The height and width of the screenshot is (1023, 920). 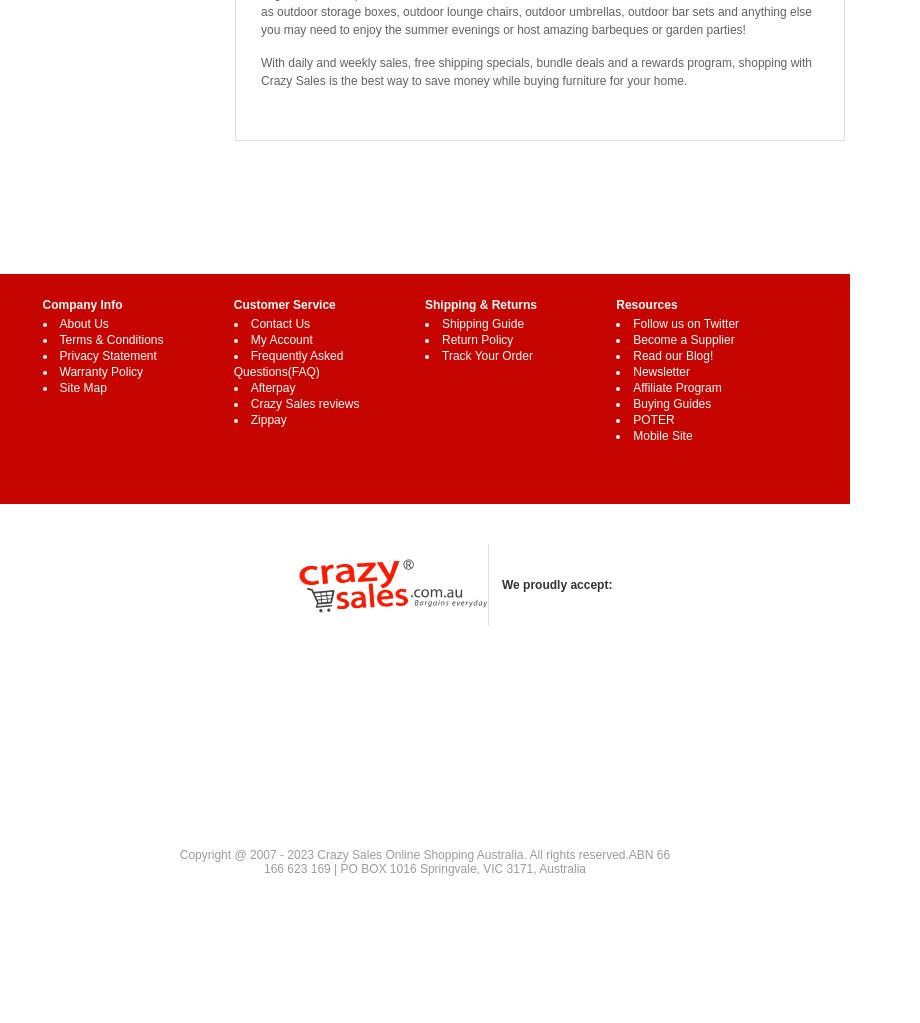 What do you see at coordinates (480, 303) in the screenshot?
I see `'Shipping & Returns'` at bounding box center [480, 303].